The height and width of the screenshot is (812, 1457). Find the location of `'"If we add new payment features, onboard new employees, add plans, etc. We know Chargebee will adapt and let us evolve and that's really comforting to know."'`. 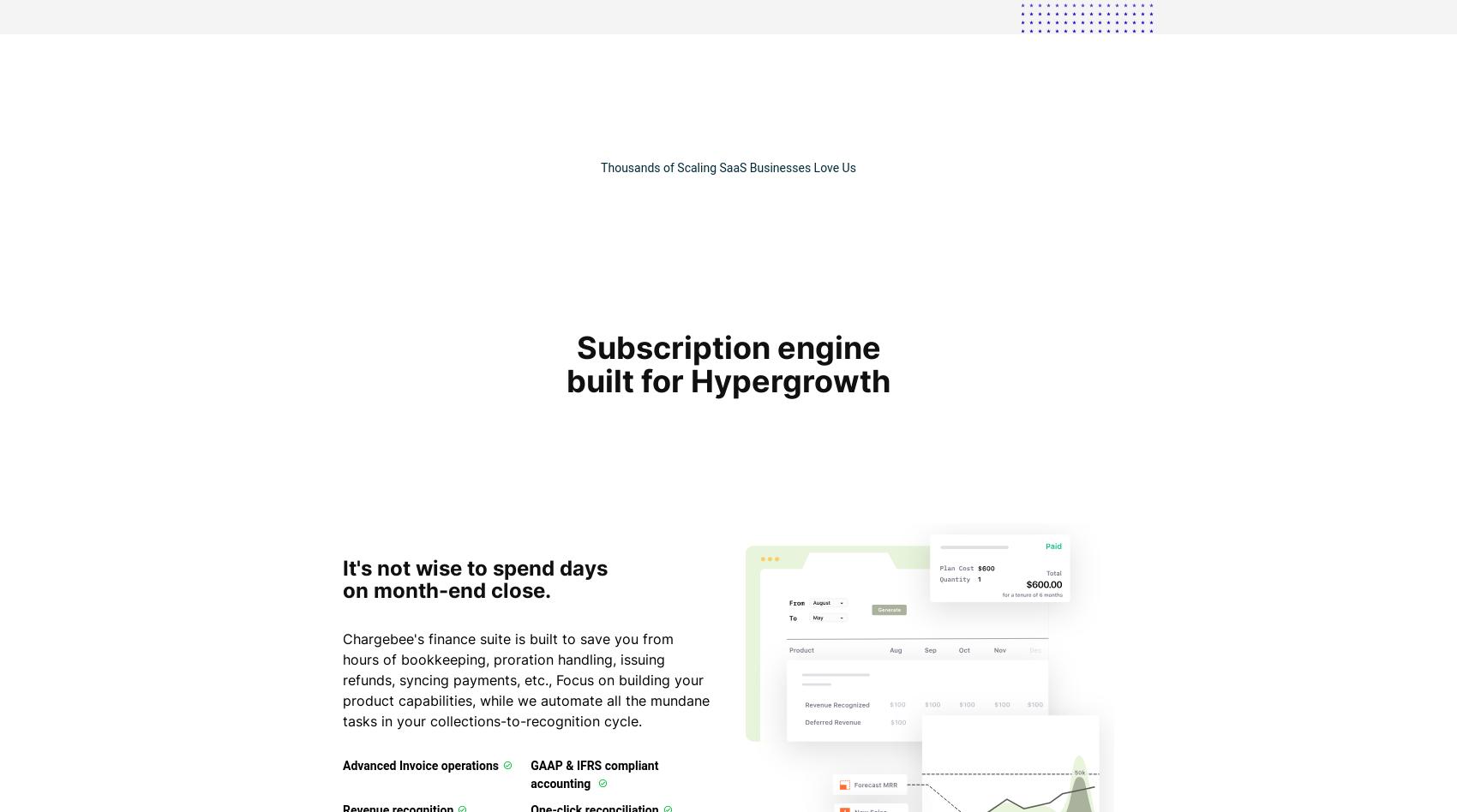

'"If we add new payment features, onboard new employees, add plans, etc. We know Chargebee will adapt and let us evolve and that's really comforting to know."' is located at coordinates (878, 67).